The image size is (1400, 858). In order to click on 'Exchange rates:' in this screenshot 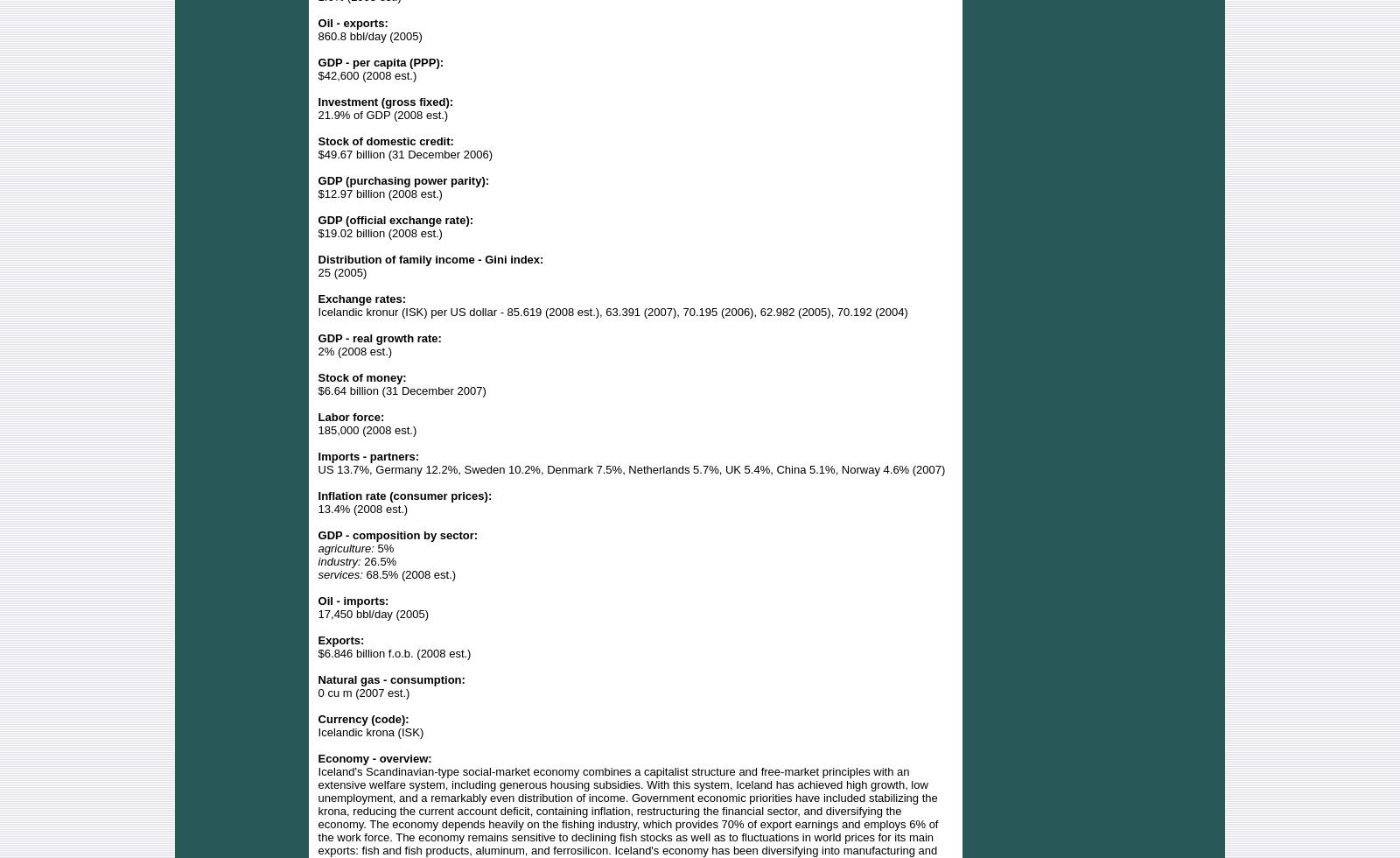, I will do `click(360, 298)`.